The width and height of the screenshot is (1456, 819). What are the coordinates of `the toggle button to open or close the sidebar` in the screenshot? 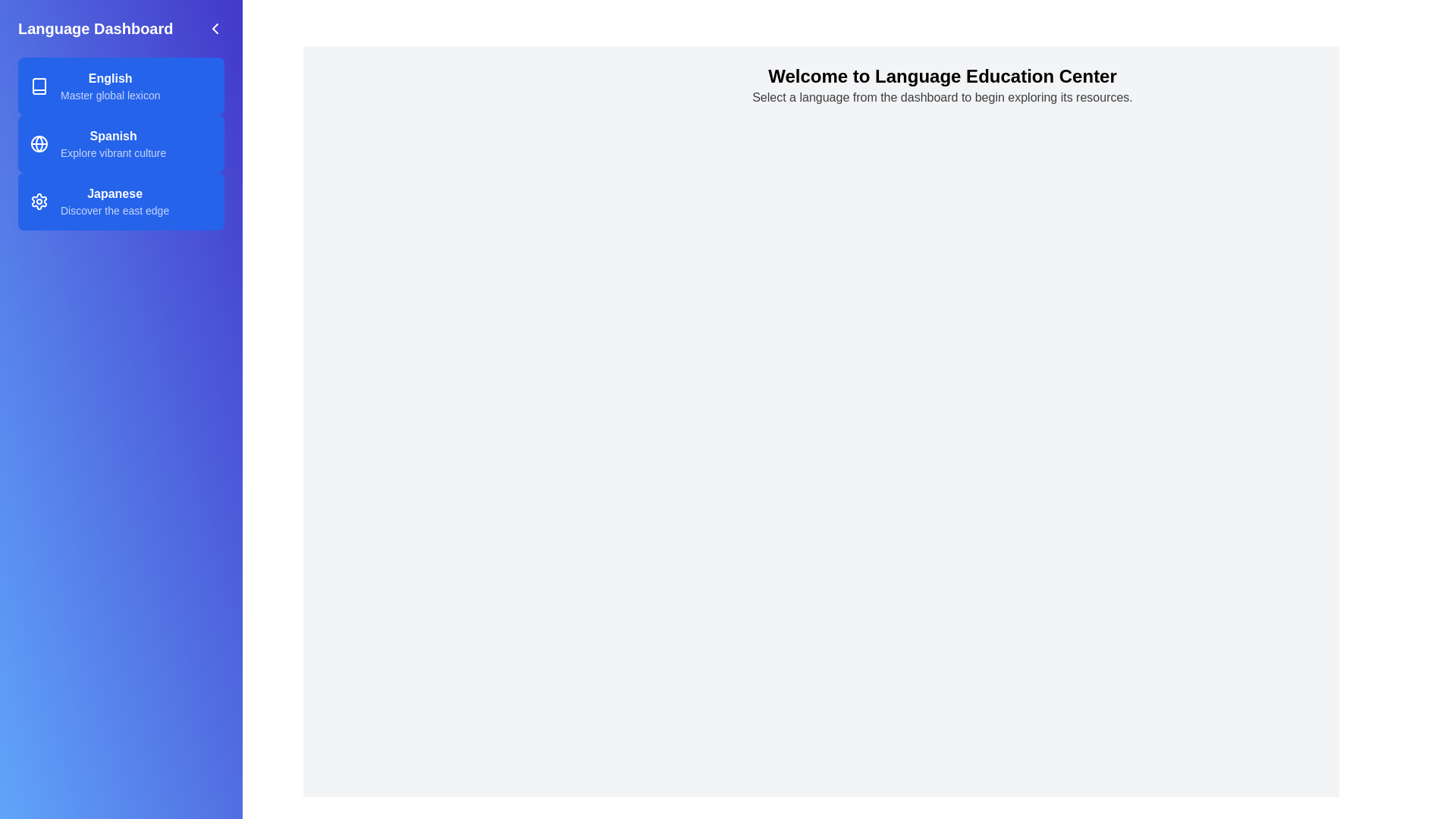 It's located at (214, 29).